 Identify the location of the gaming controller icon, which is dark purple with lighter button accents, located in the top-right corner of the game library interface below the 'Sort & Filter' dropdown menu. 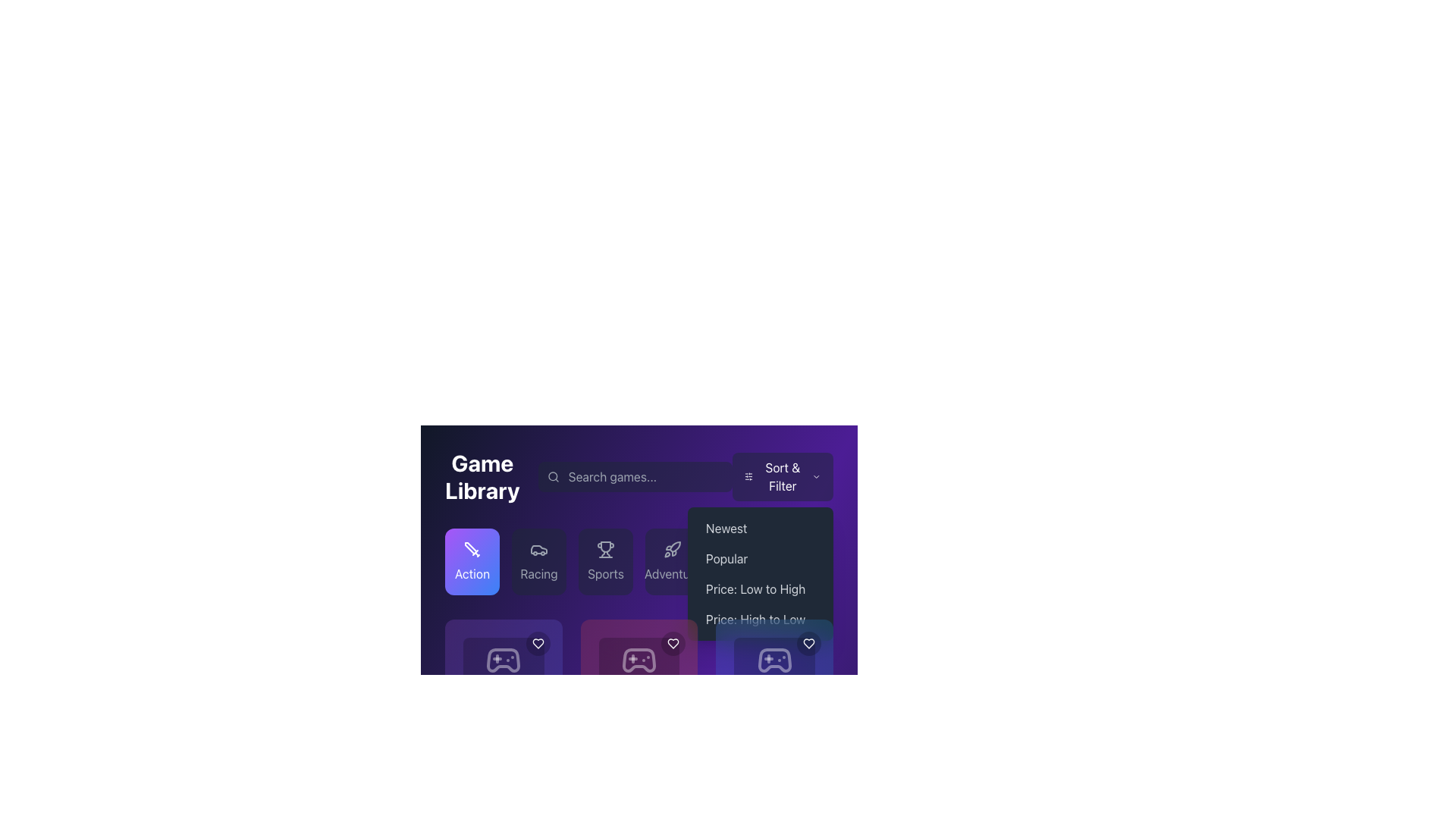
(774, 660).